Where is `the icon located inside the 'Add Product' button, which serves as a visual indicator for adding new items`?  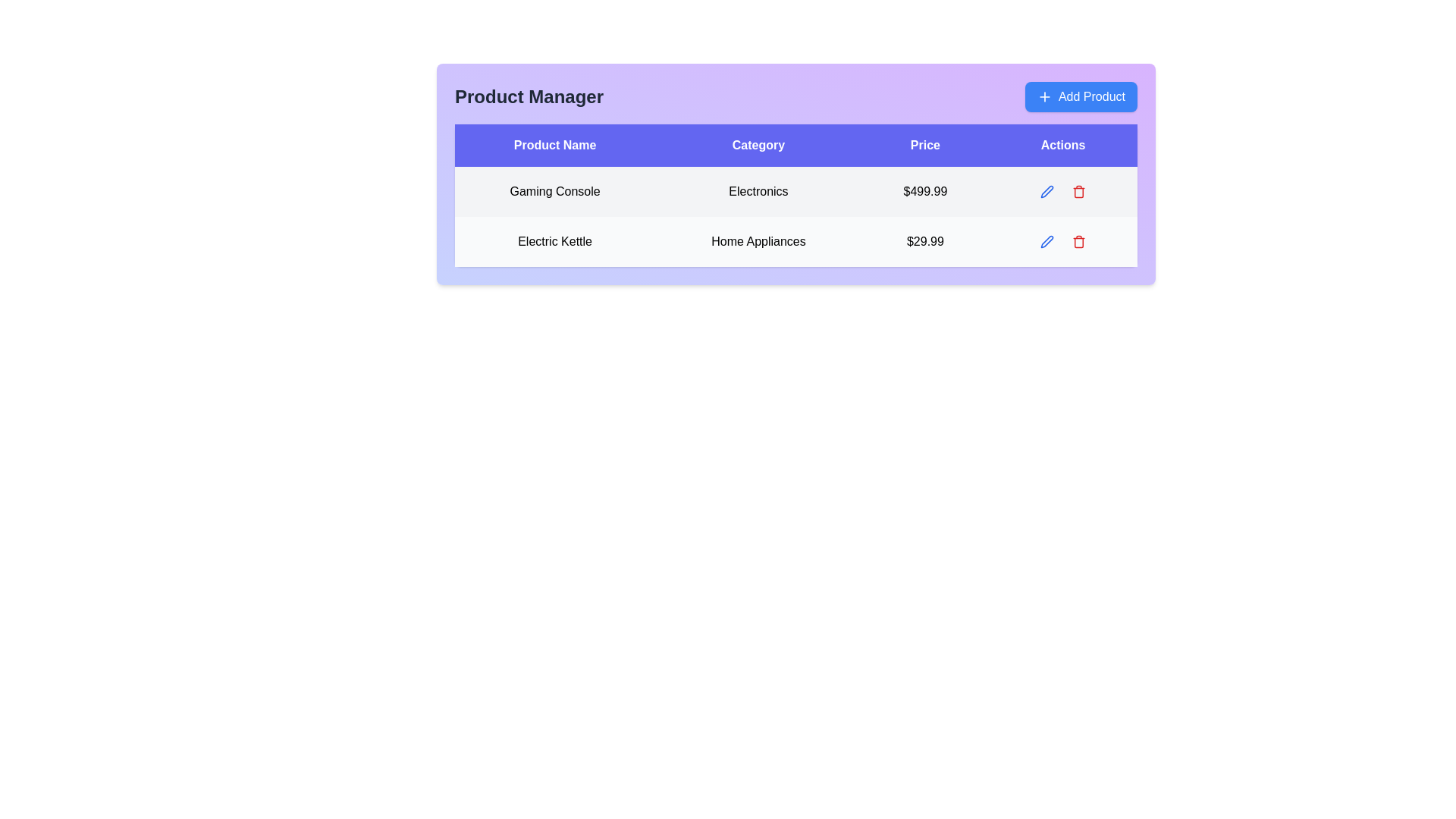
the icon located inside the 'Add Product' button, which serves as a visual indicator for adding new items is located at coordinates (1043, 96).